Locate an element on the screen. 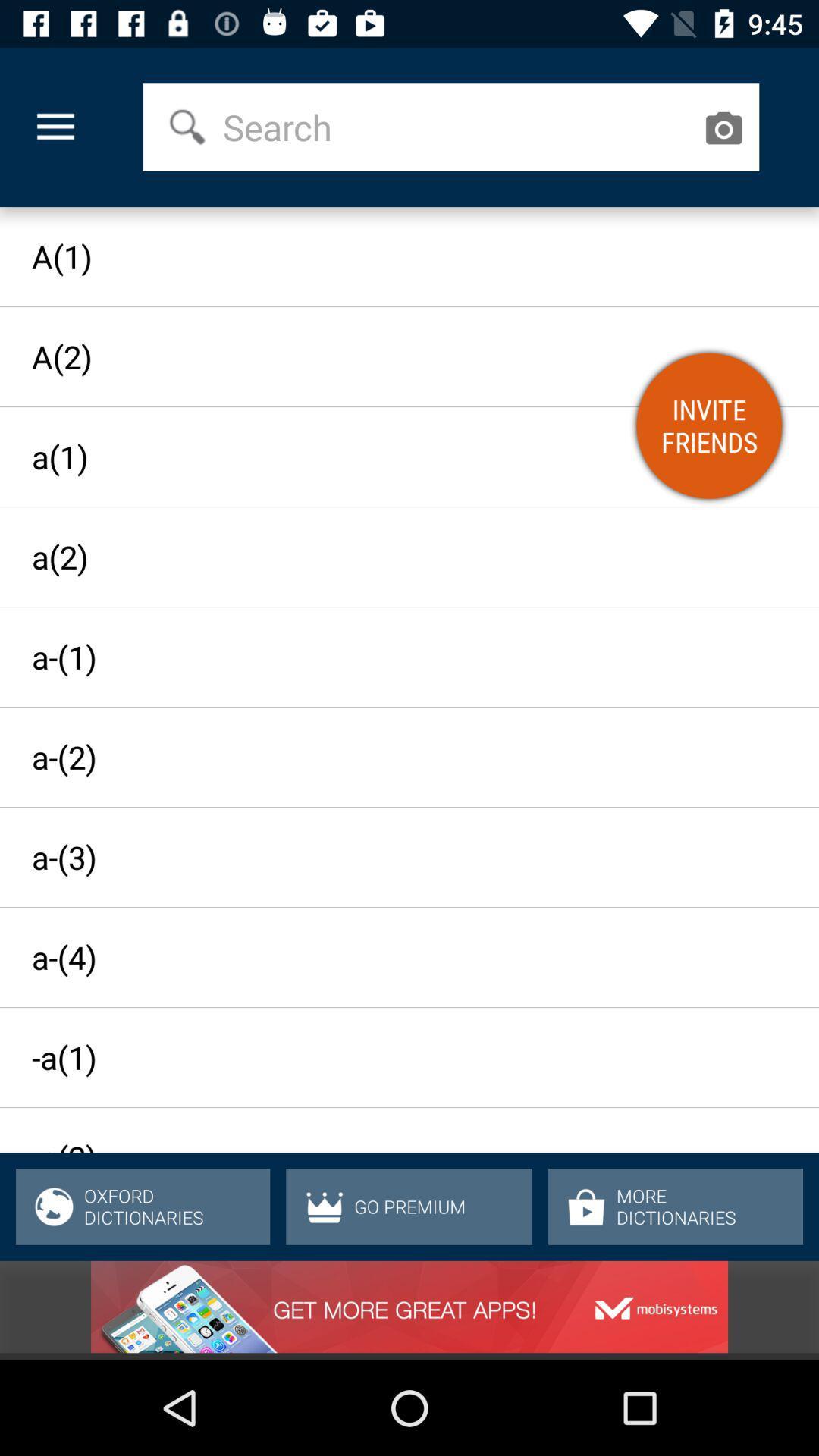  the icon above a-(4) item is located at coordinates (394, 857).